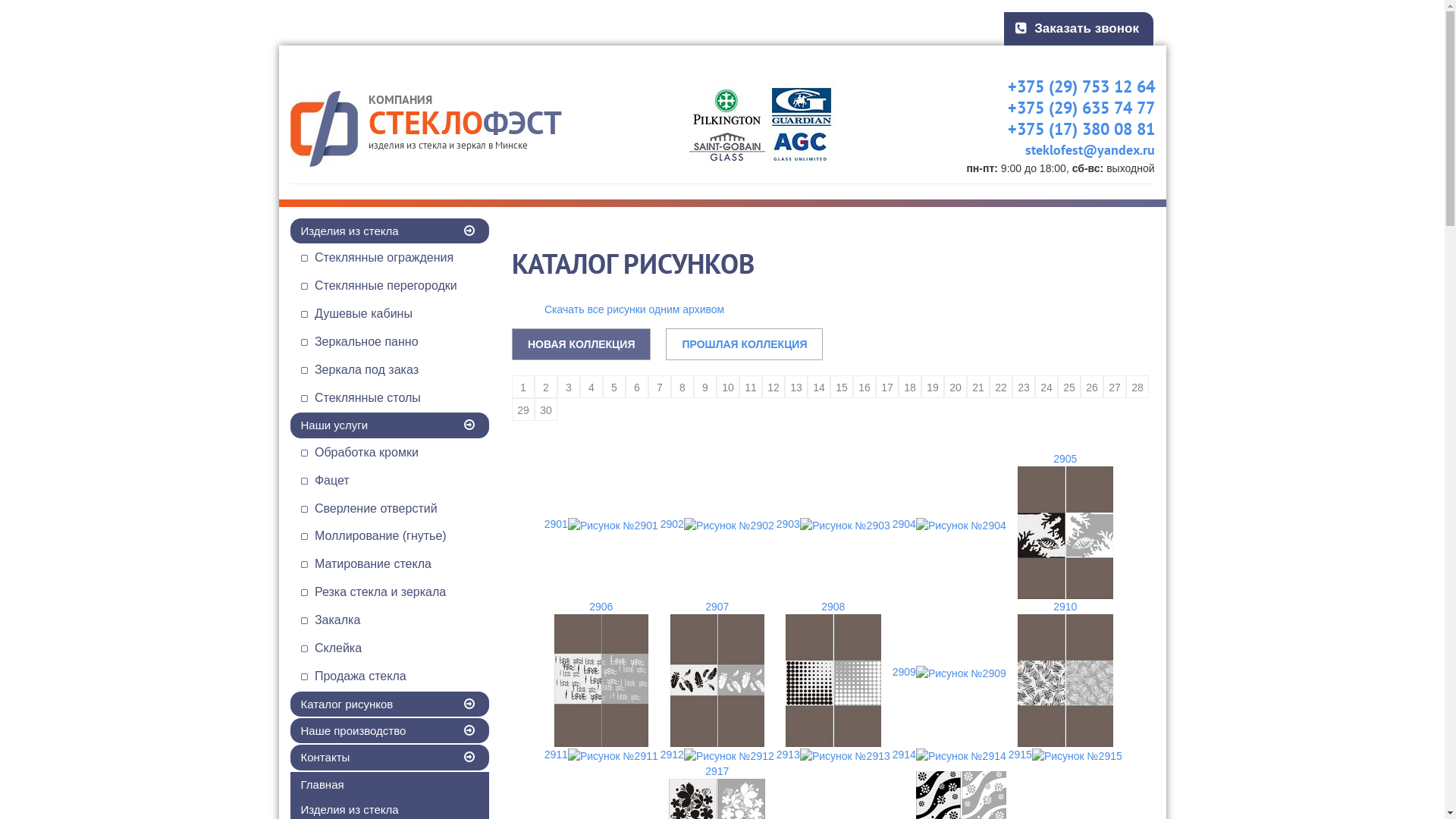 This screenshot has width=1456, height=819. I want to click on '2915', so click(1064, 755).